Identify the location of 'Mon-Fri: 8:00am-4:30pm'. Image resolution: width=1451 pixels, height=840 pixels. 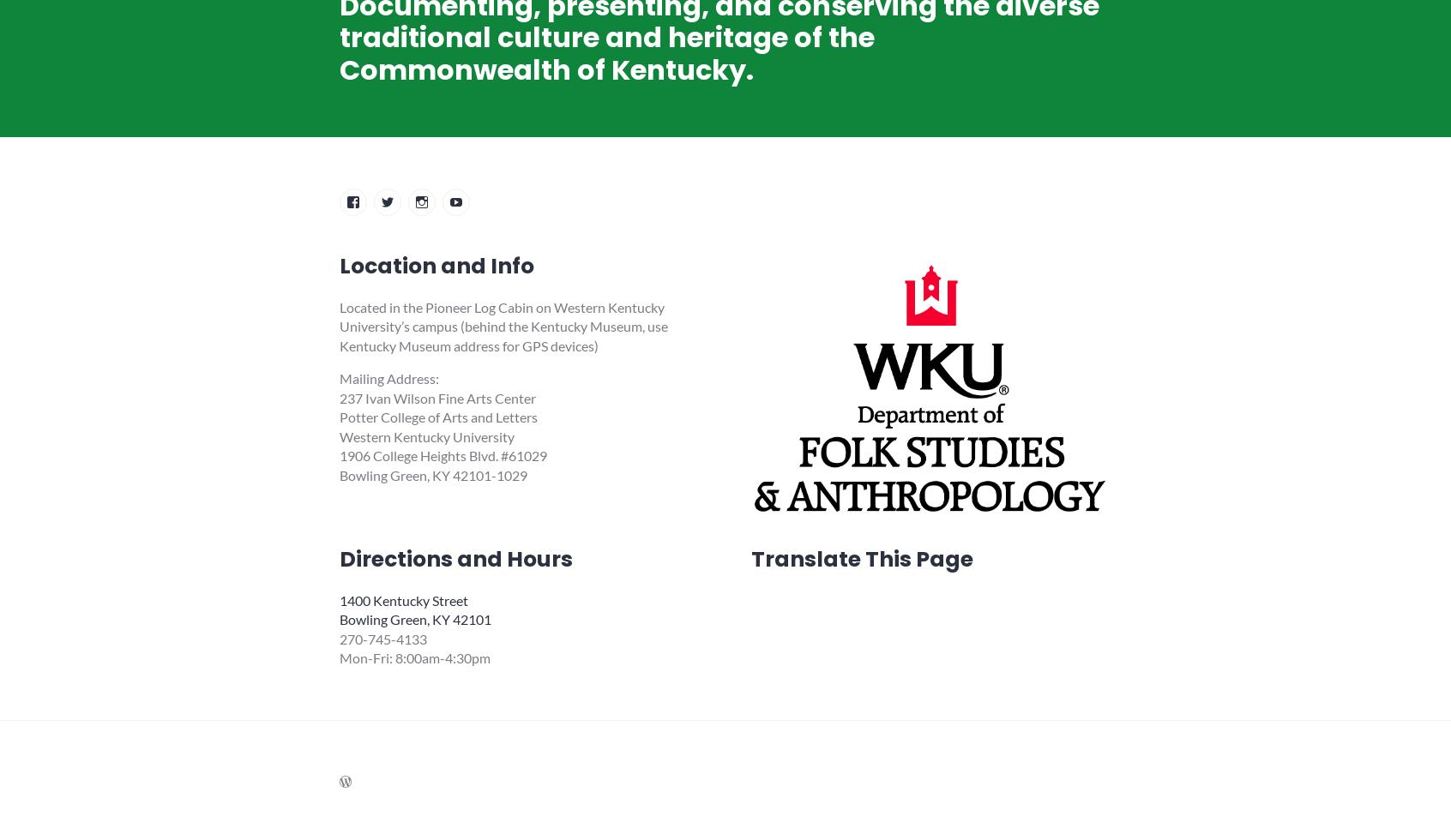
(414, 657).